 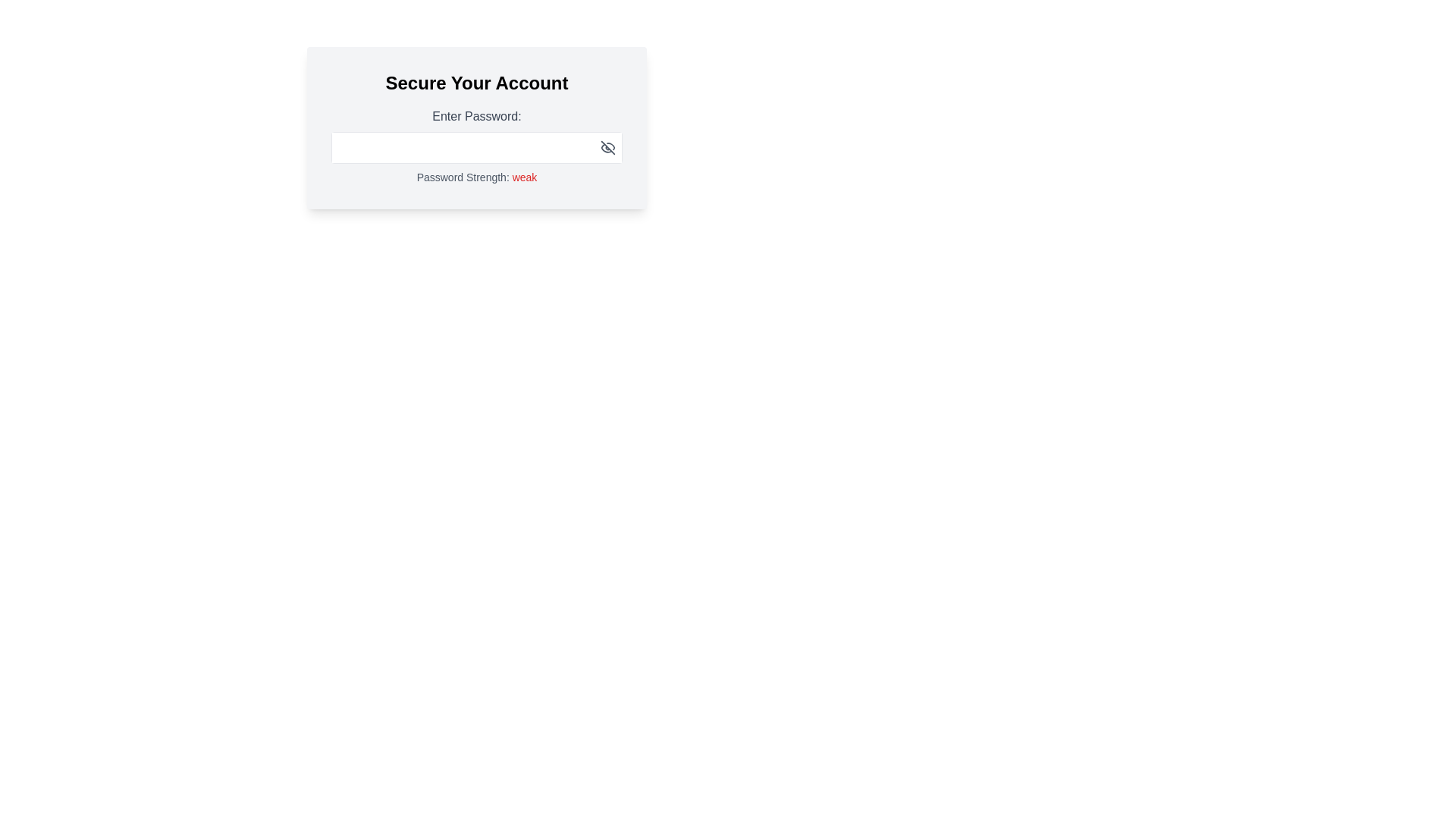 What do you see at coordinates (607, 148) in the screenshot?
I see `the toggle icon at the right end of the password input field labeled 'Secure Your Account'` at bounding box center [607, 148].